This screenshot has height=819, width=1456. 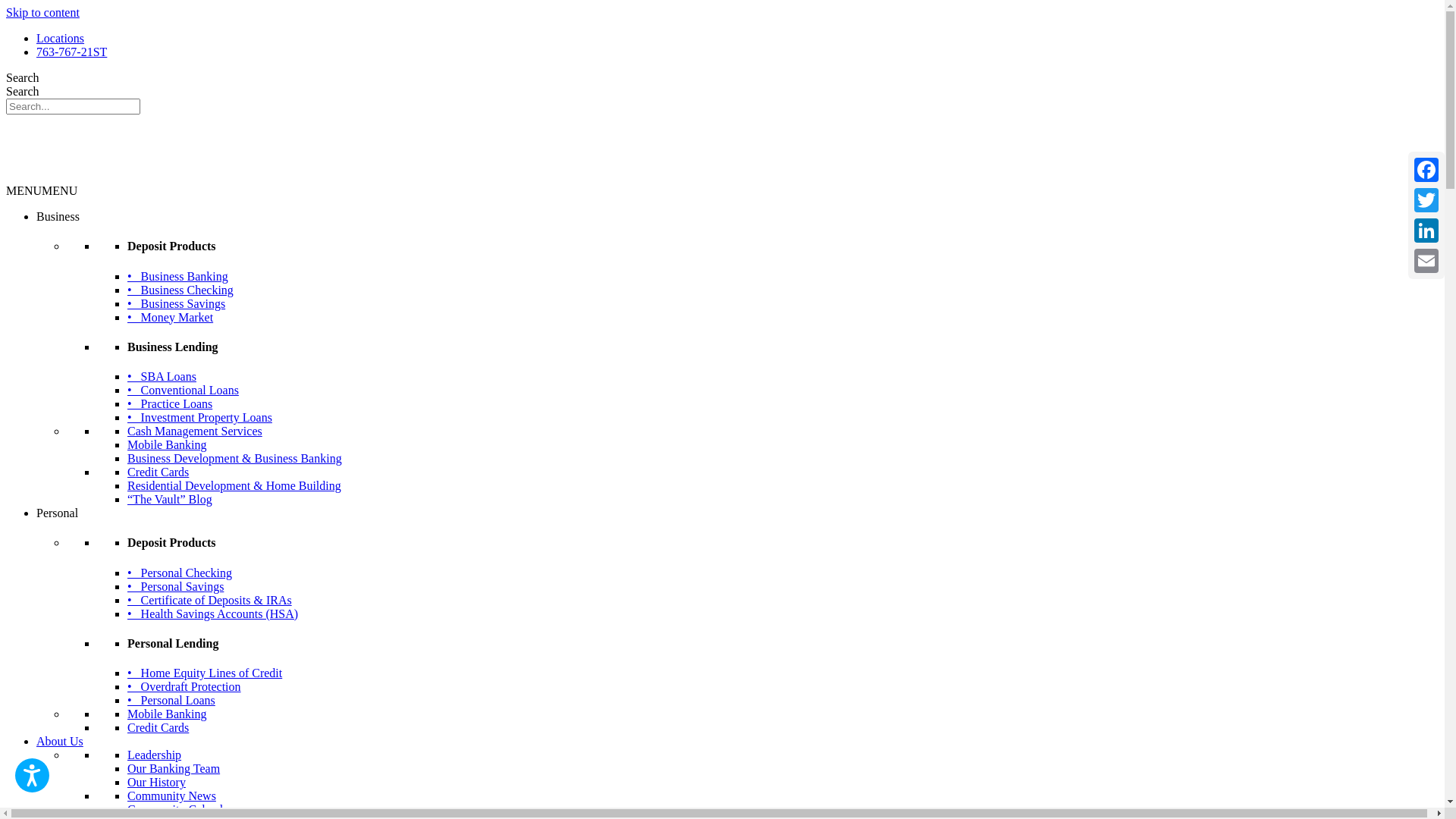 I want to click on 'Locations', so click(x=60, y=37).